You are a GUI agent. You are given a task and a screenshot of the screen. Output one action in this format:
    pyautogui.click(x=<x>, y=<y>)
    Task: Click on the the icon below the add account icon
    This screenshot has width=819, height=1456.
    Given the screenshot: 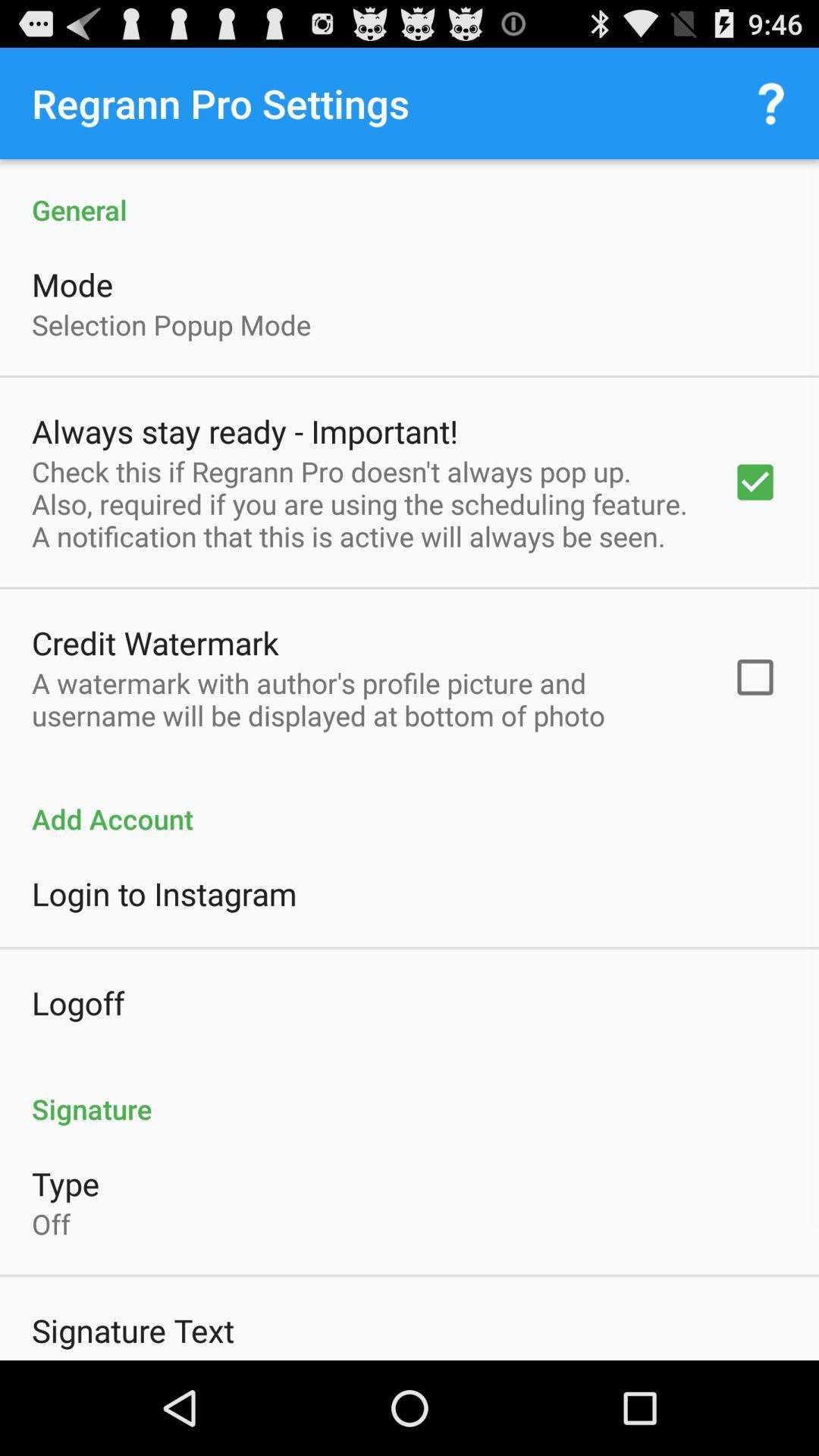 What is the action you would take?
    pyautogui.click(x=164, y=893)
    